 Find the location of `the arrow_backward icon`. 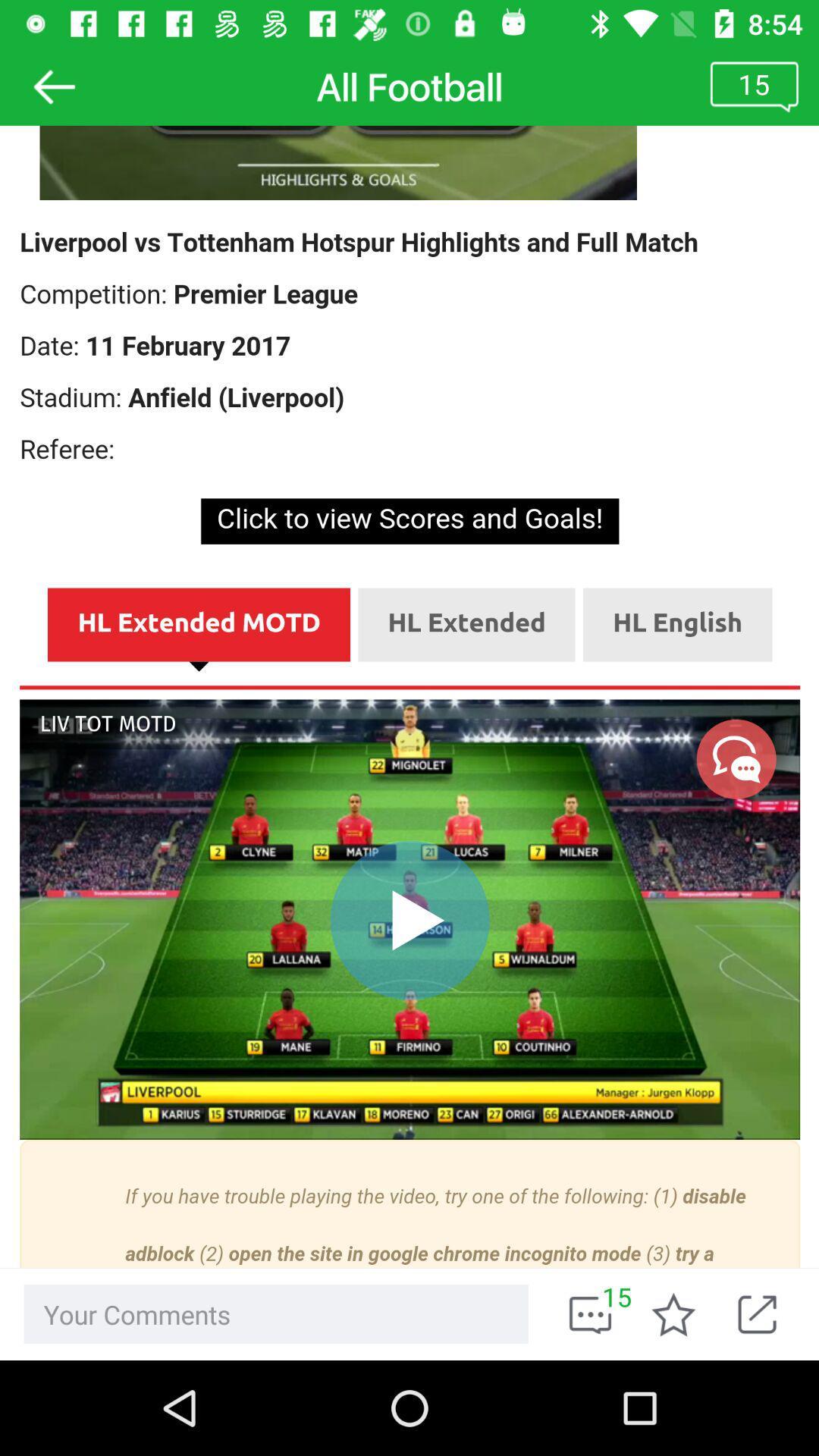

the arrow_backward icon is located at coordinates (53, 86).